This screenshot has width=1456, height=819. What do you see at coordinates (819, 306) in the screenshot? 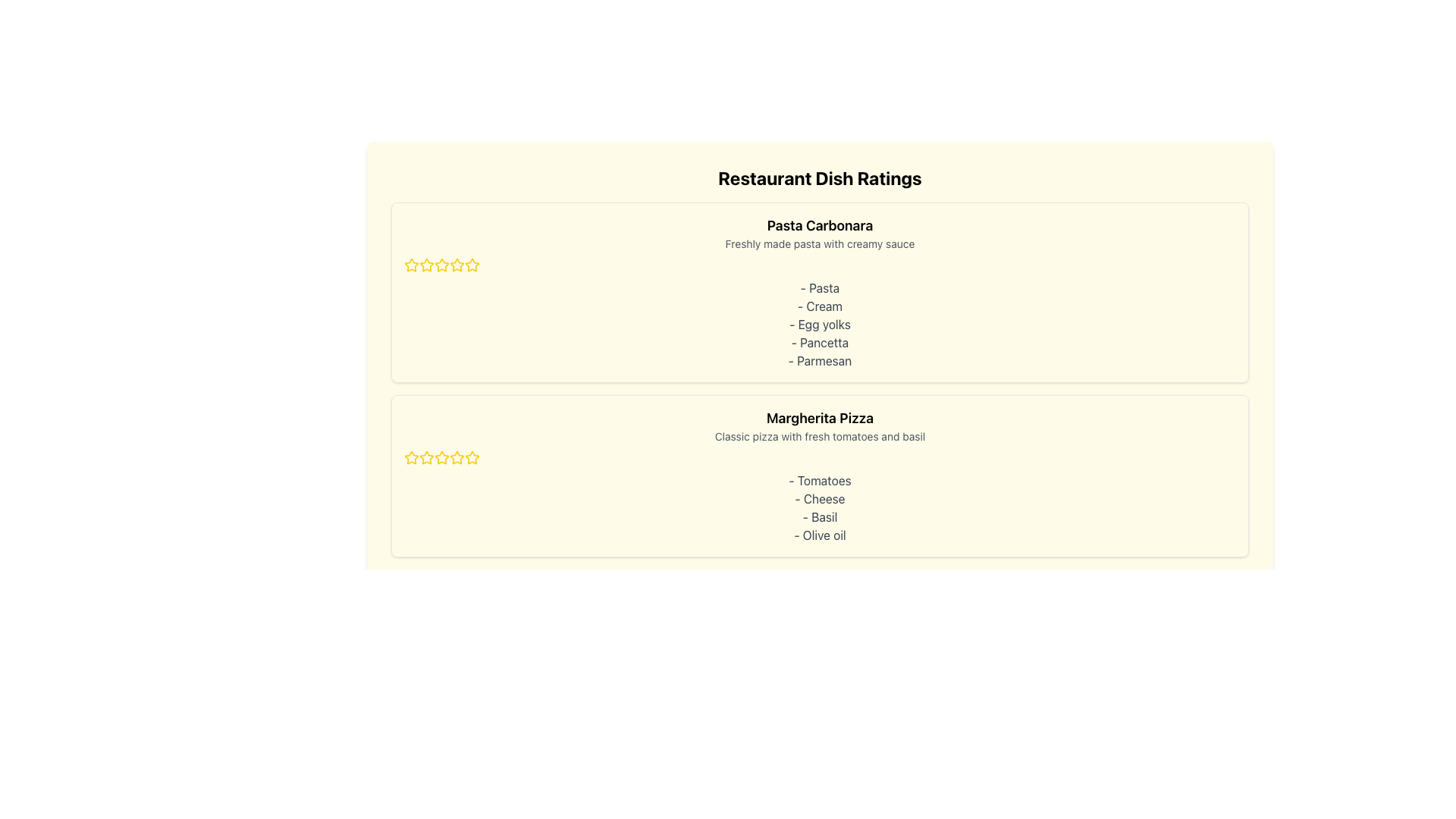
I see `text element displaying '- Cream' that is styled in a serif font and is the second item in a bulleted list under the heading 'Pasta Carbonara'` at bounding box center [819, 306].